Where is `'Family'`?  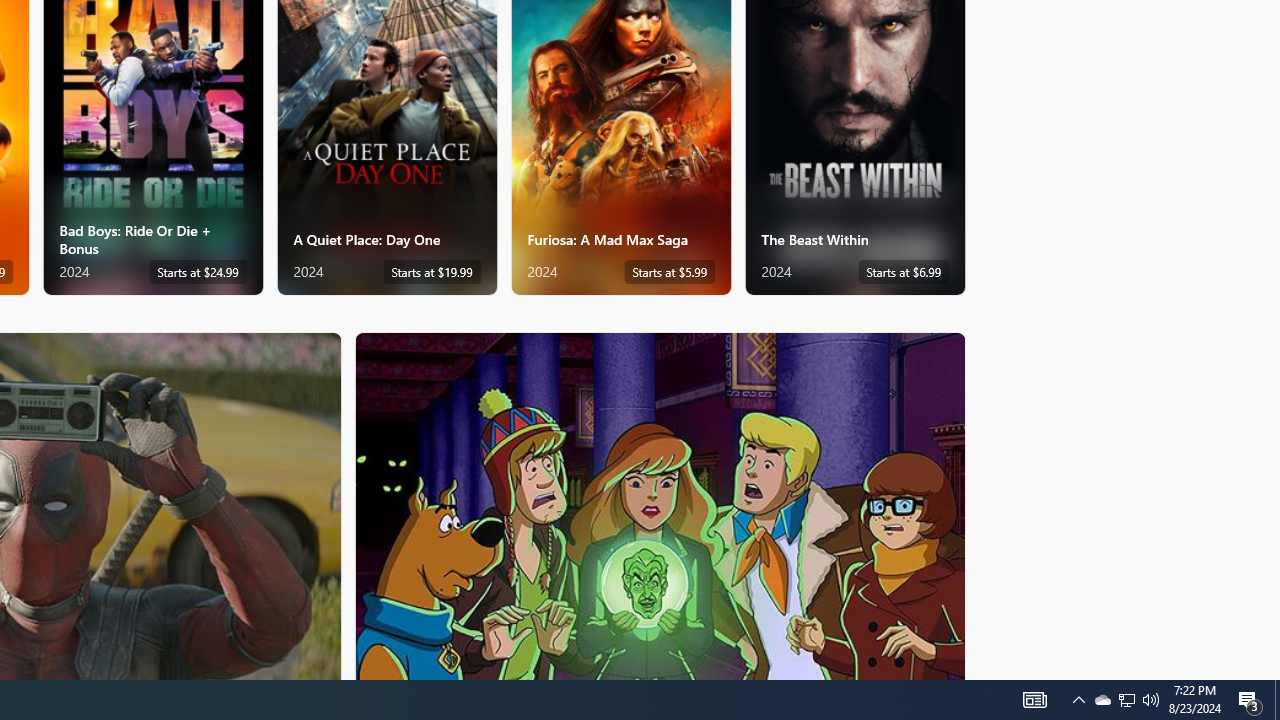
'Family' is located at coordinates (660, 504).